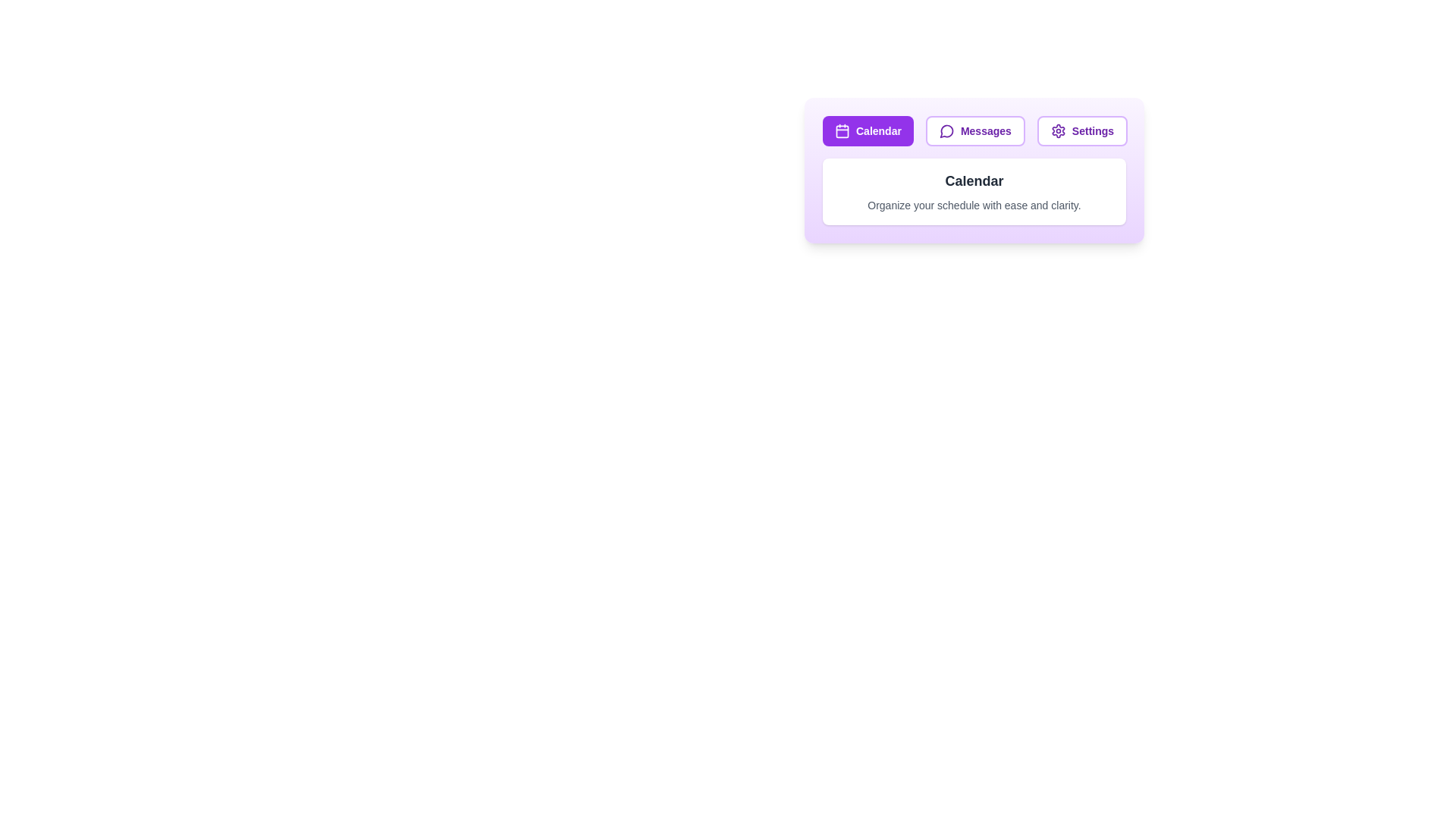 The image size is (1456, 819). What do you see at coordinates (1081, 130) in the screenshot?
I see `the Settings tab by clicking on its button` at bounding box center [1081, 130].